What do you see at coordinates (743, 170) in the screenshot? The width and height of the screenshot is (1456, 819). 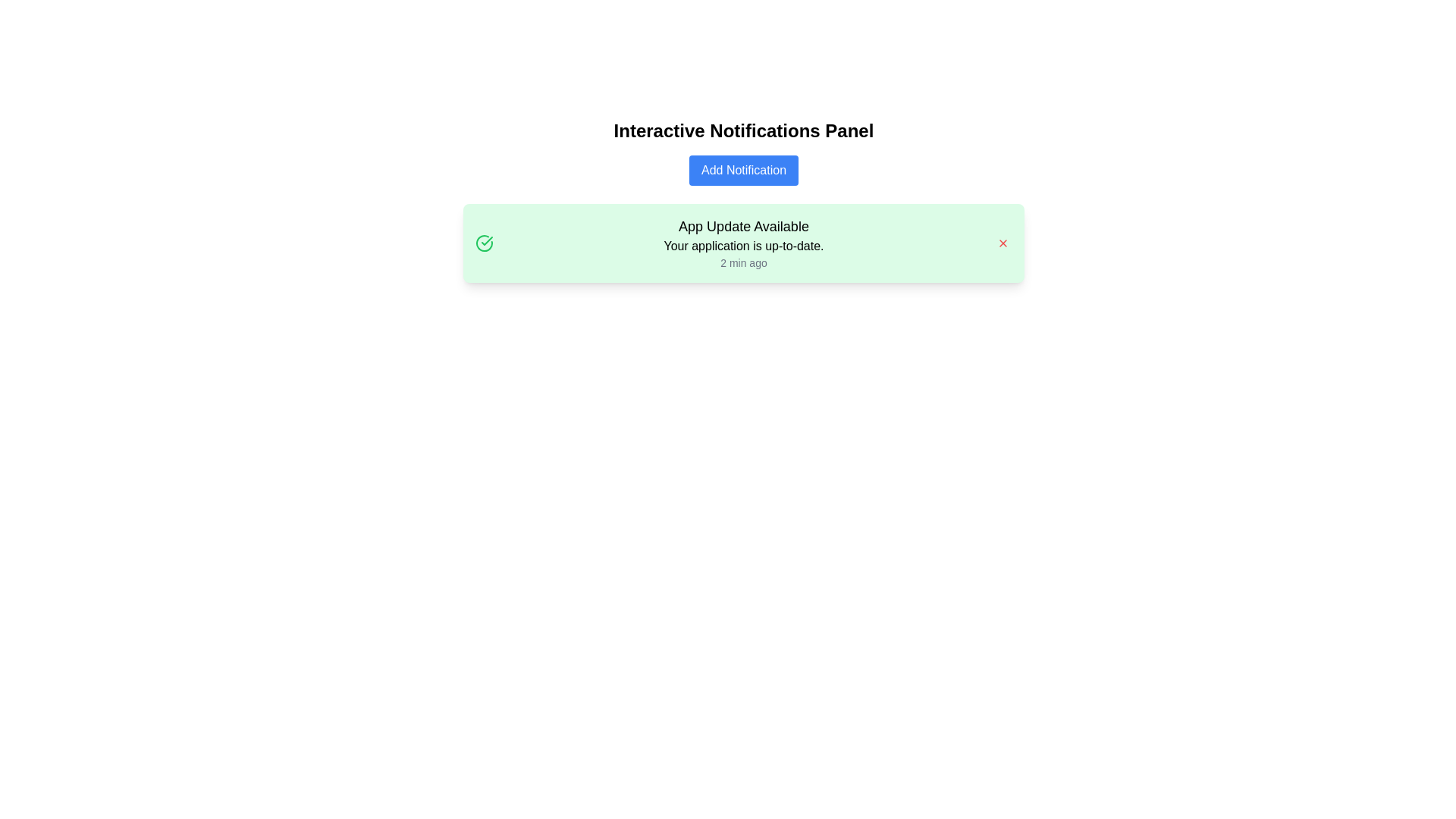 I see `the blue rectangular button labeled 'Add Notification'` at bounding box center [743, 170].